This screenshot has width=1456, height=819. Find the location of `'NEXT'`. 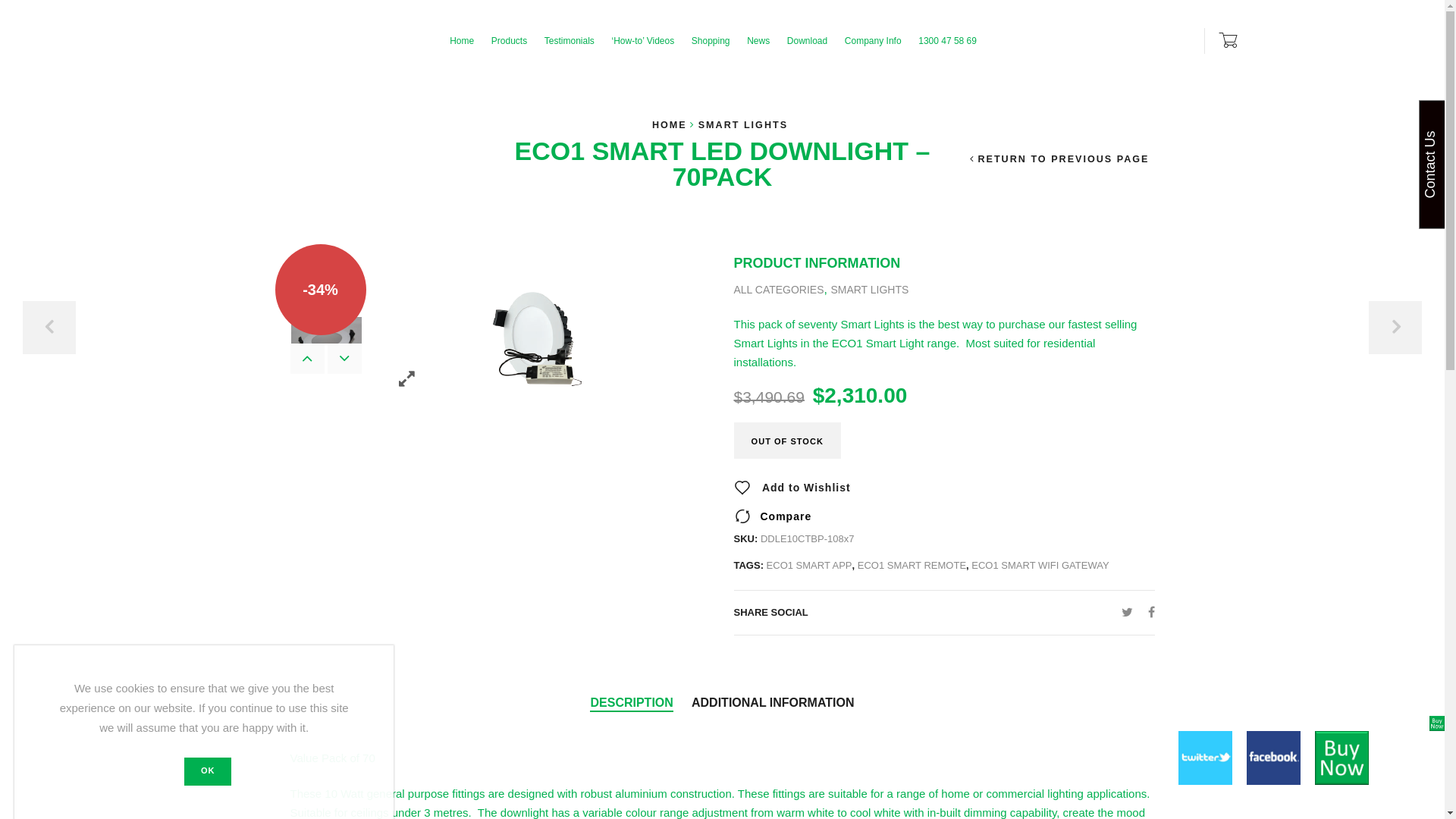

'NEXT' is located at coordinates (1368, 327).